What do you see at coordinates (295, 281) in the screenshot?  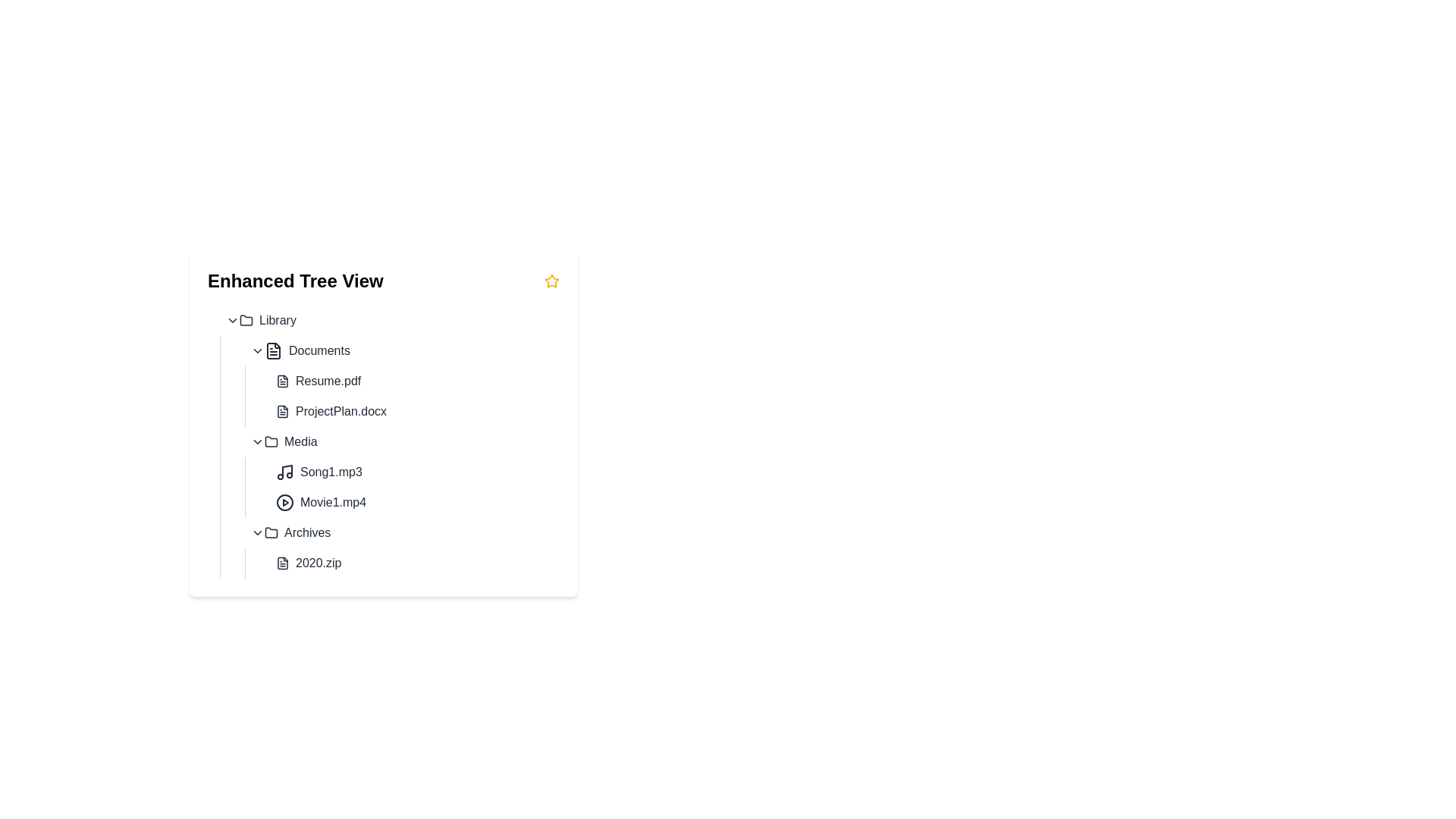 I see `the 'Enhanced Tree View' header, which is a bold and larger text element located at the top of its section, aligning vertically with the section it titles` at bounding box center [295, 281].